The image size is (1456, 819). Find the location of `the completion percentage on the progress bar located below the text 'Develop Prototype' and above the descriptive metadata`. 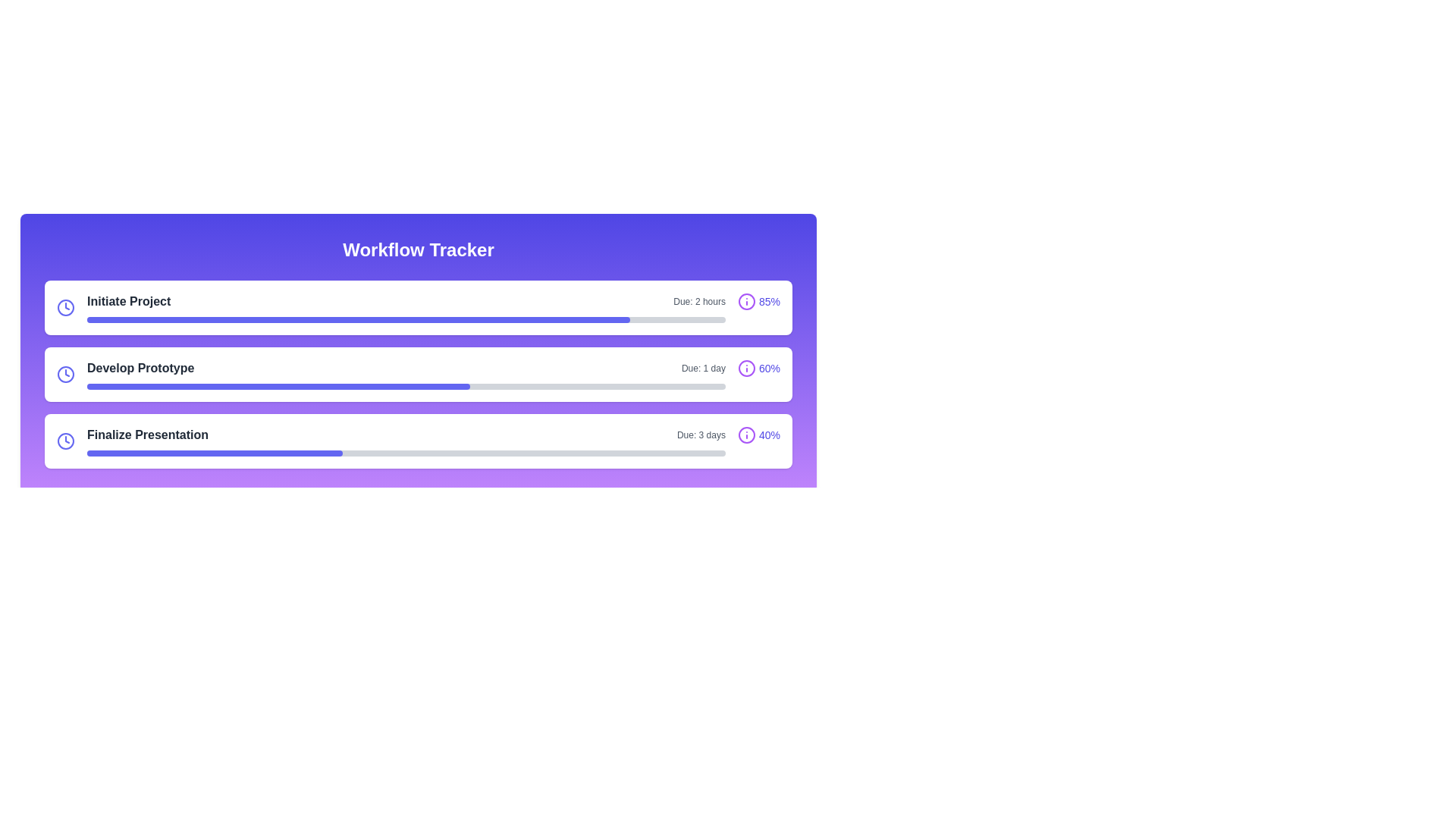

the completion percentage on the progress bar located below the text 'Develop Prototype' and above the descriptive metadata is located at coordinates (406, 385).